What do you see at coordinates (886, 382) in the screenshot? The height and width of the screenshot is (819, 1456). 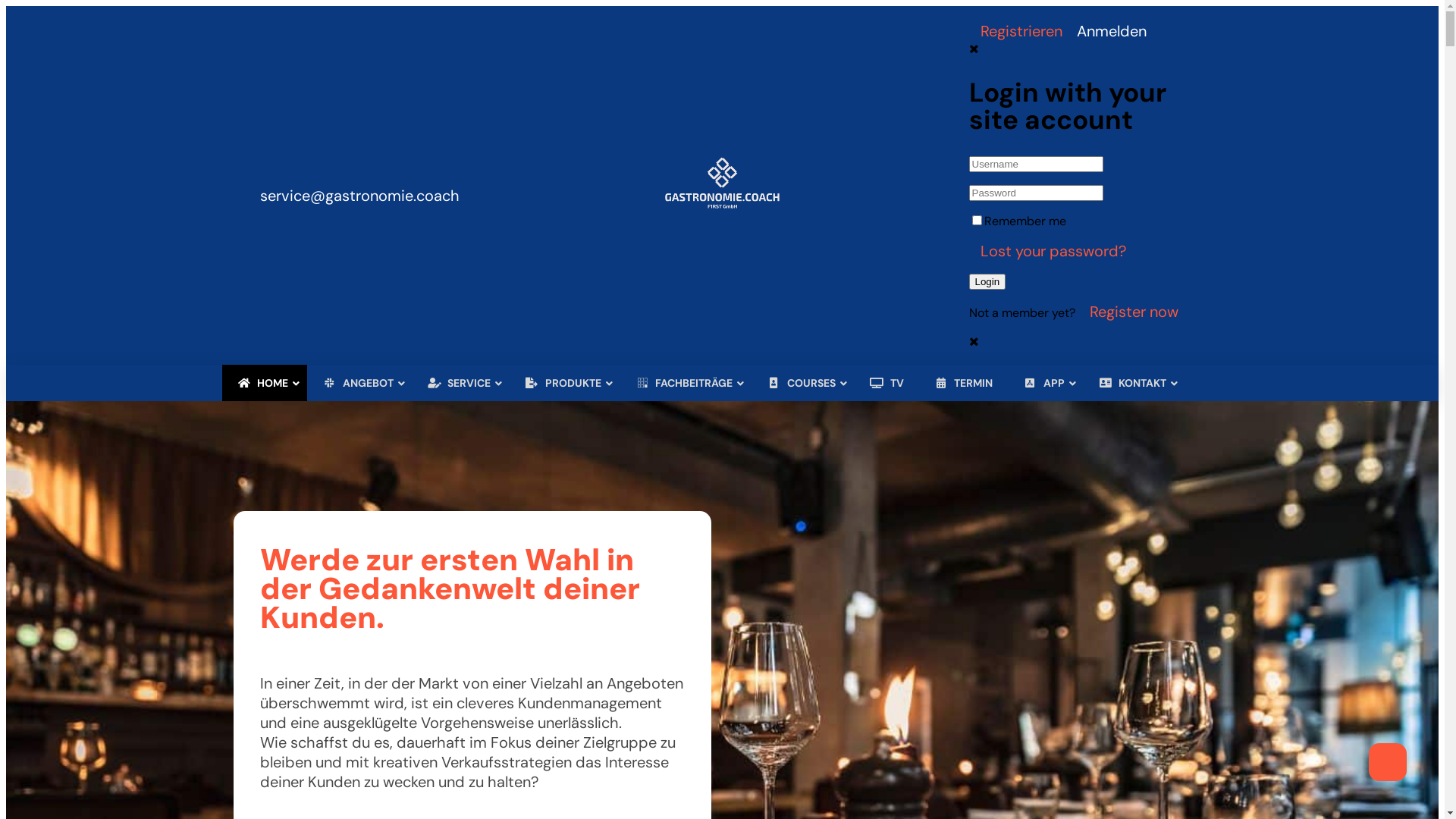 I see `'TV'` at bounding box center [886, 382].